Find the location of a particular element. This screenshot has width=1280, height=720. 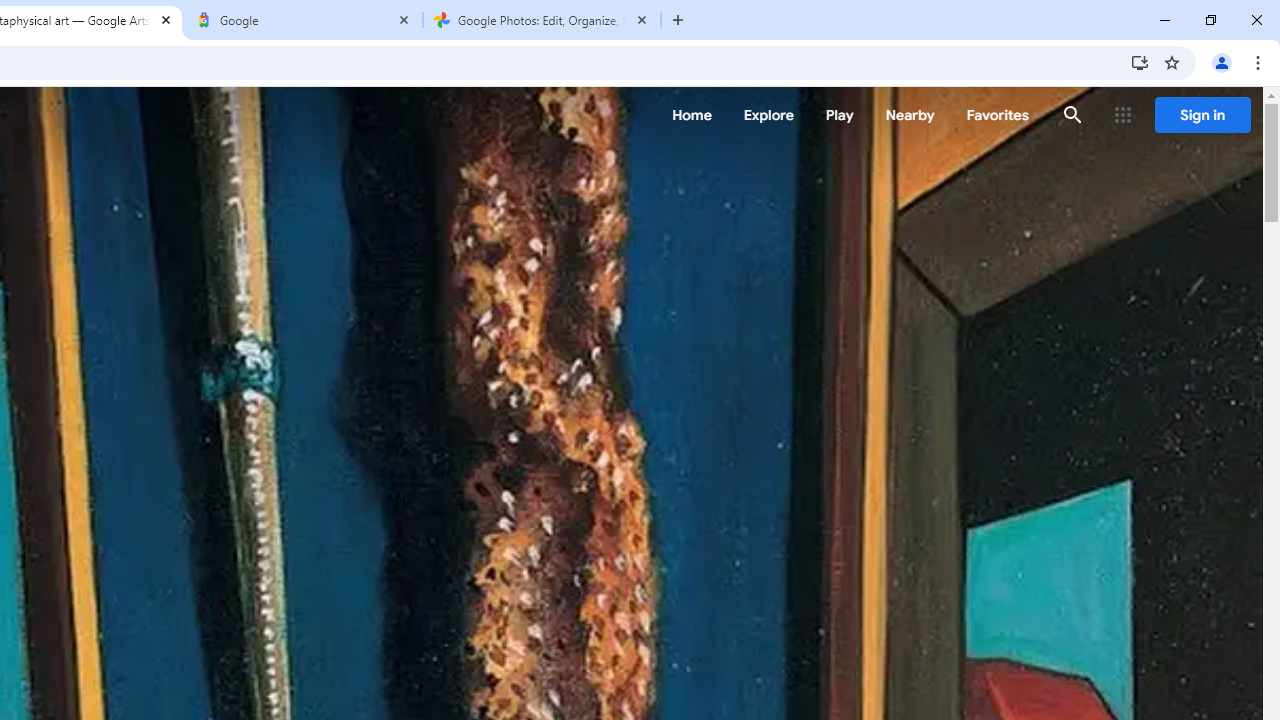

'Favorites' is located at coordinates (997, 115).